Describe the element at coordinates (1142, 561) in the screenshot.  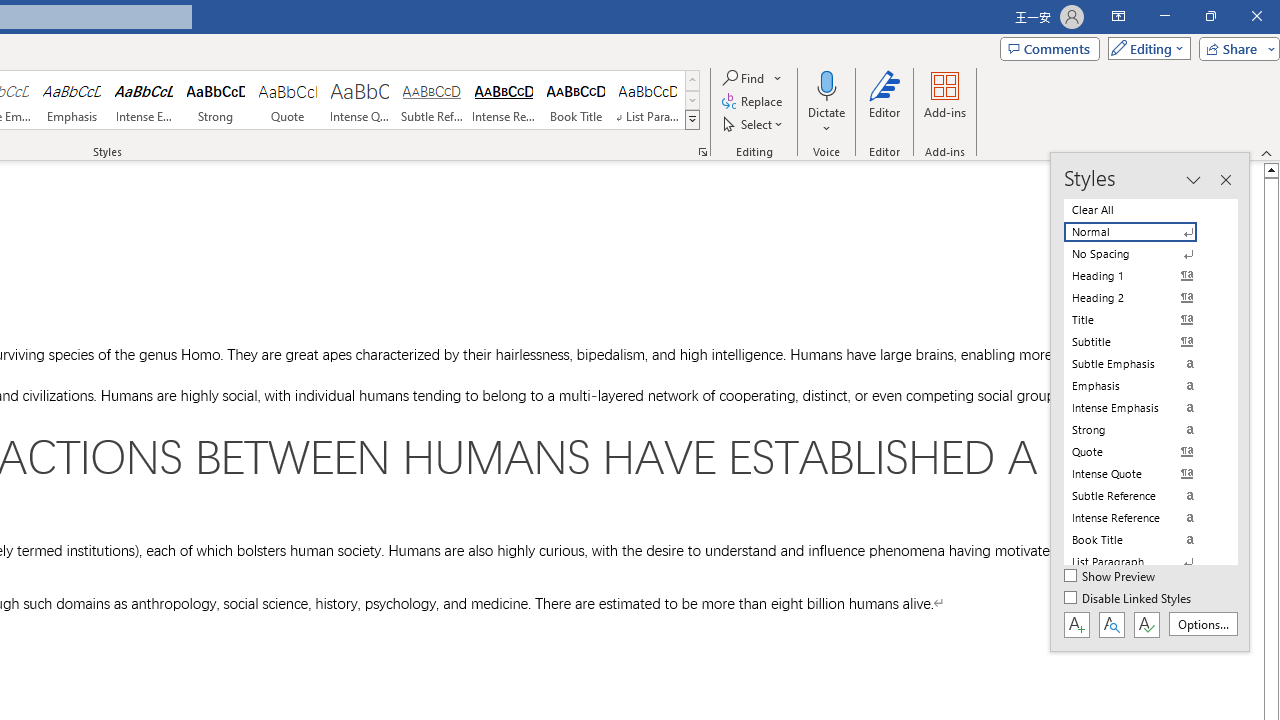
I see `'List Paragraph'` at that location.